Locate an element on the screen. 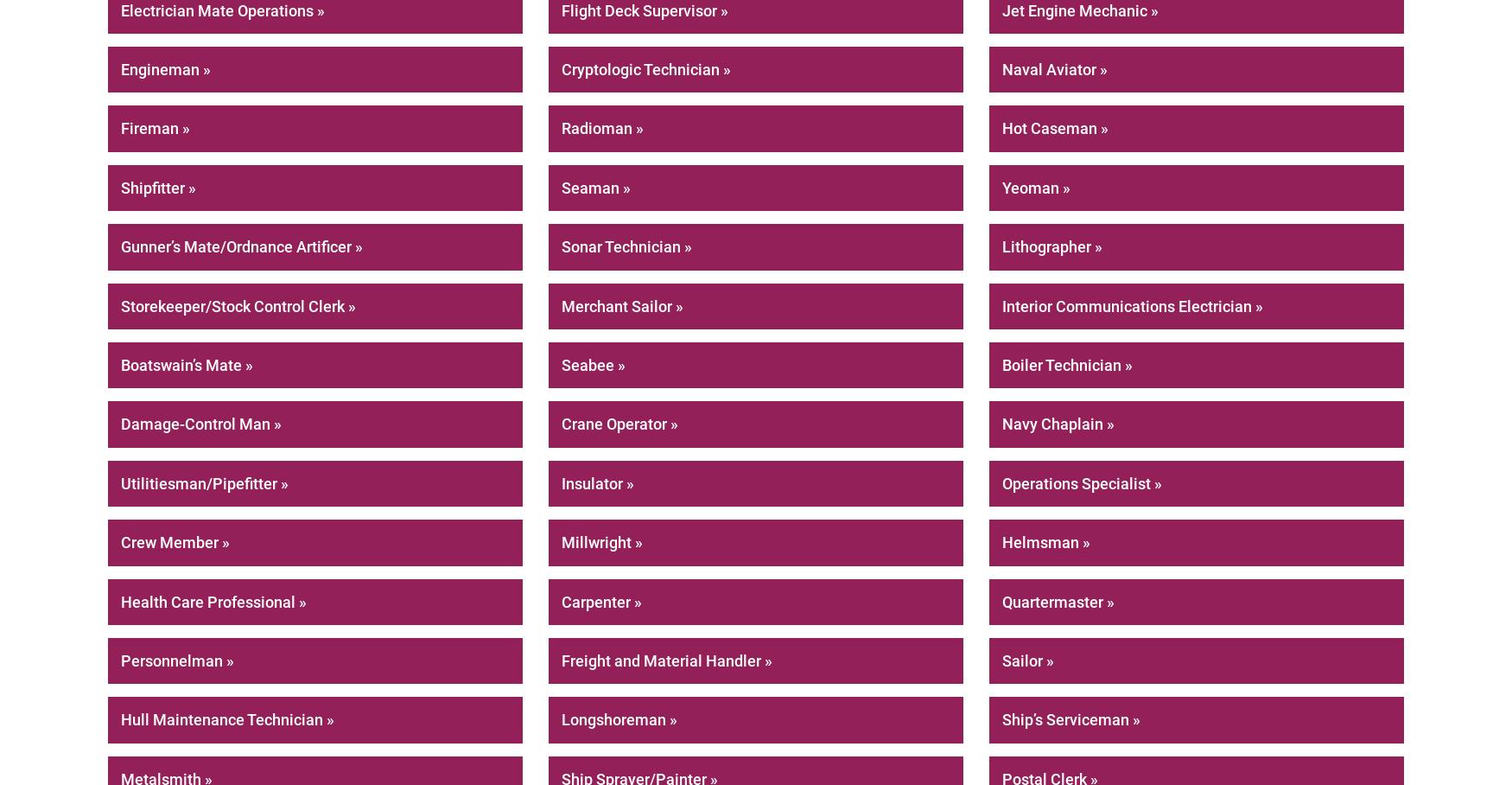 This screenshot has width=1512, height=785. 'Quartermaster »' is located at coordinates (1058, 600).